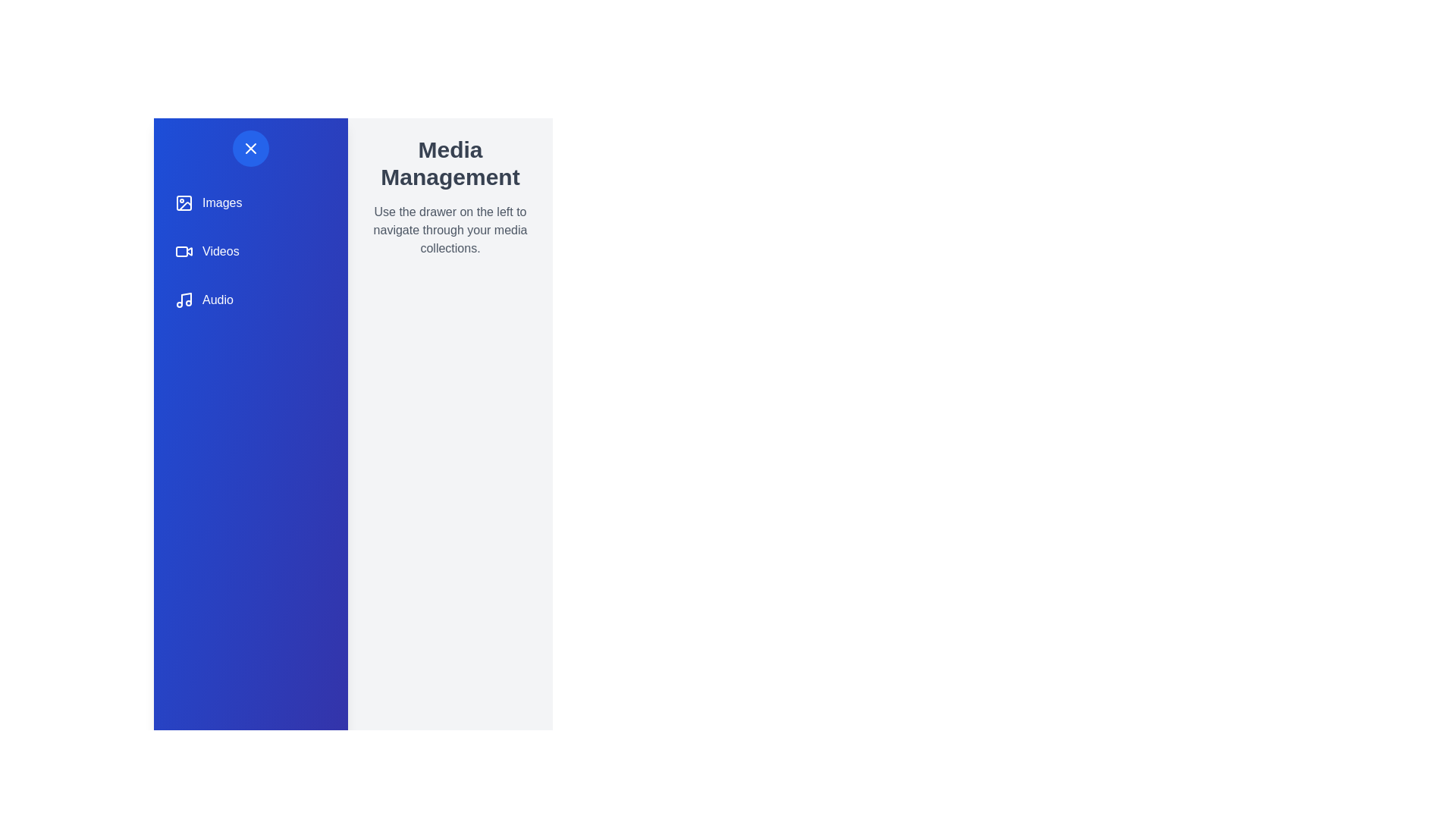 This screenshot has height=819, width=1456. I want to click on the 'Audio' button, which is the third item in the vertical navigation list on the left, featuring a musical note icon and the label 'Audio', so click(203, 300).